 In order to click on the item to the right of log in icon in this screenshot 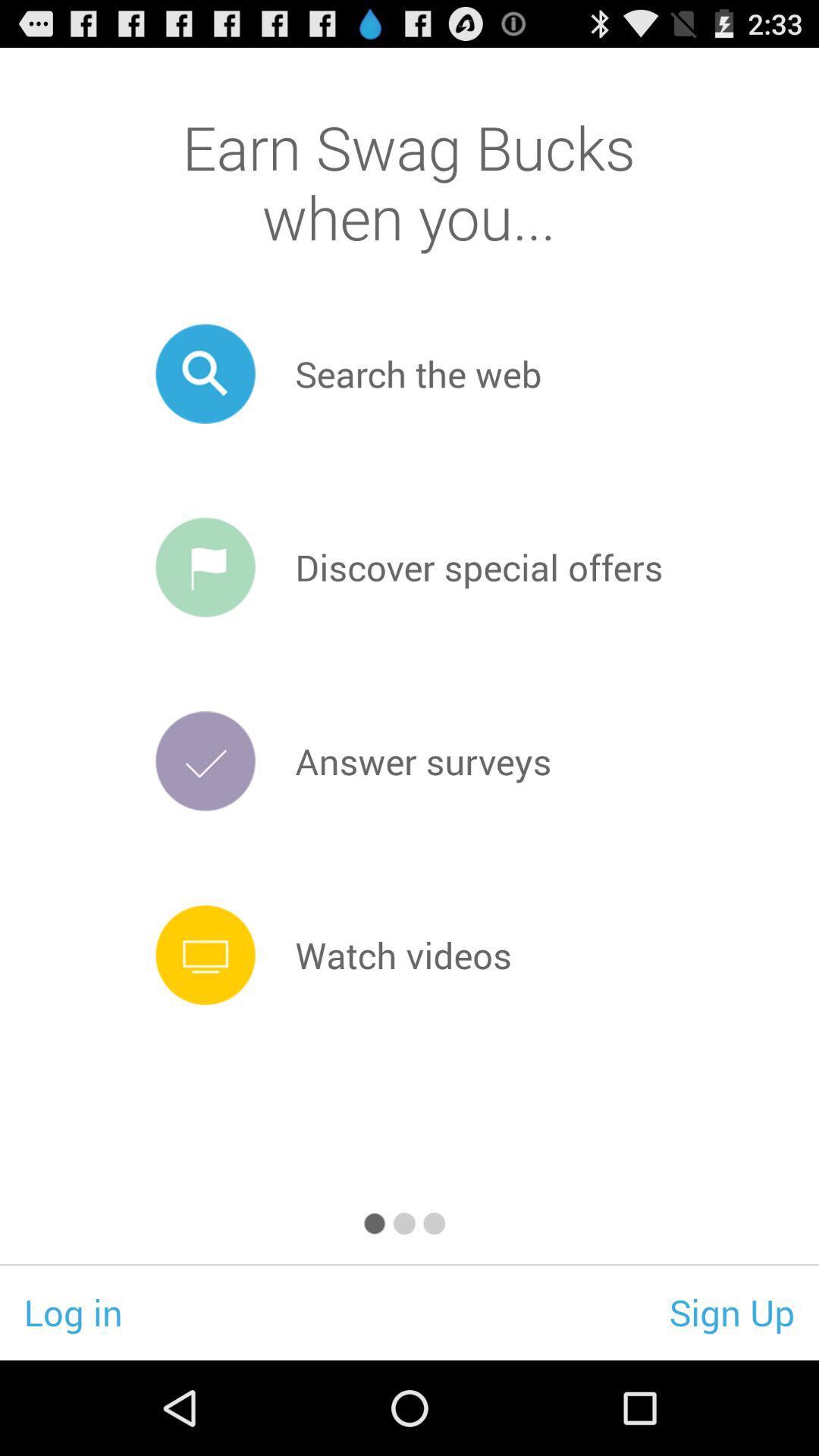, I will do `click(731, 1311)`.